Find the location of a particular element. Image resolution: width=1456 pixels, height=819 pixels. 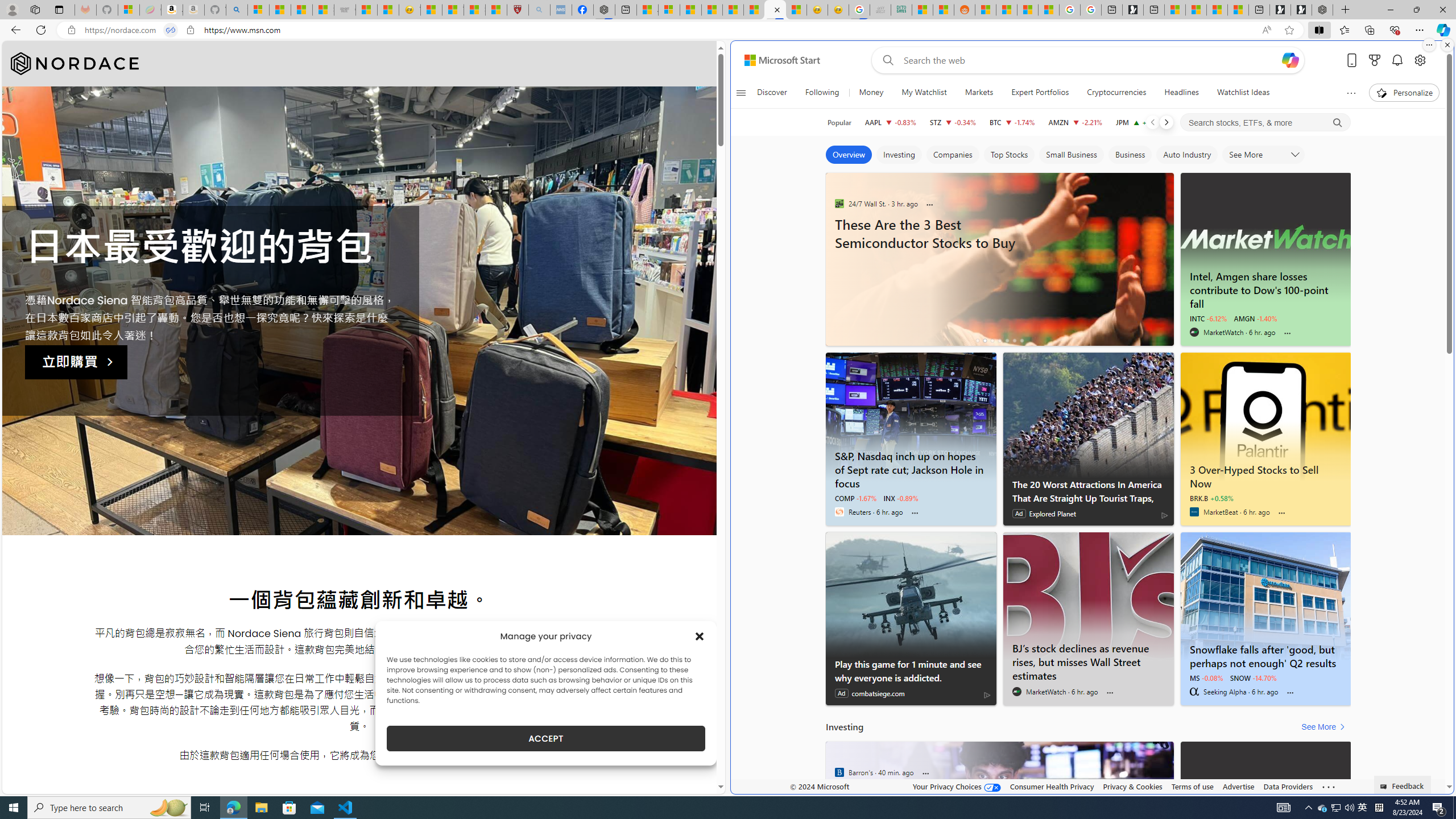

'Class: button-glyph' is located at coordinates (741, 92).